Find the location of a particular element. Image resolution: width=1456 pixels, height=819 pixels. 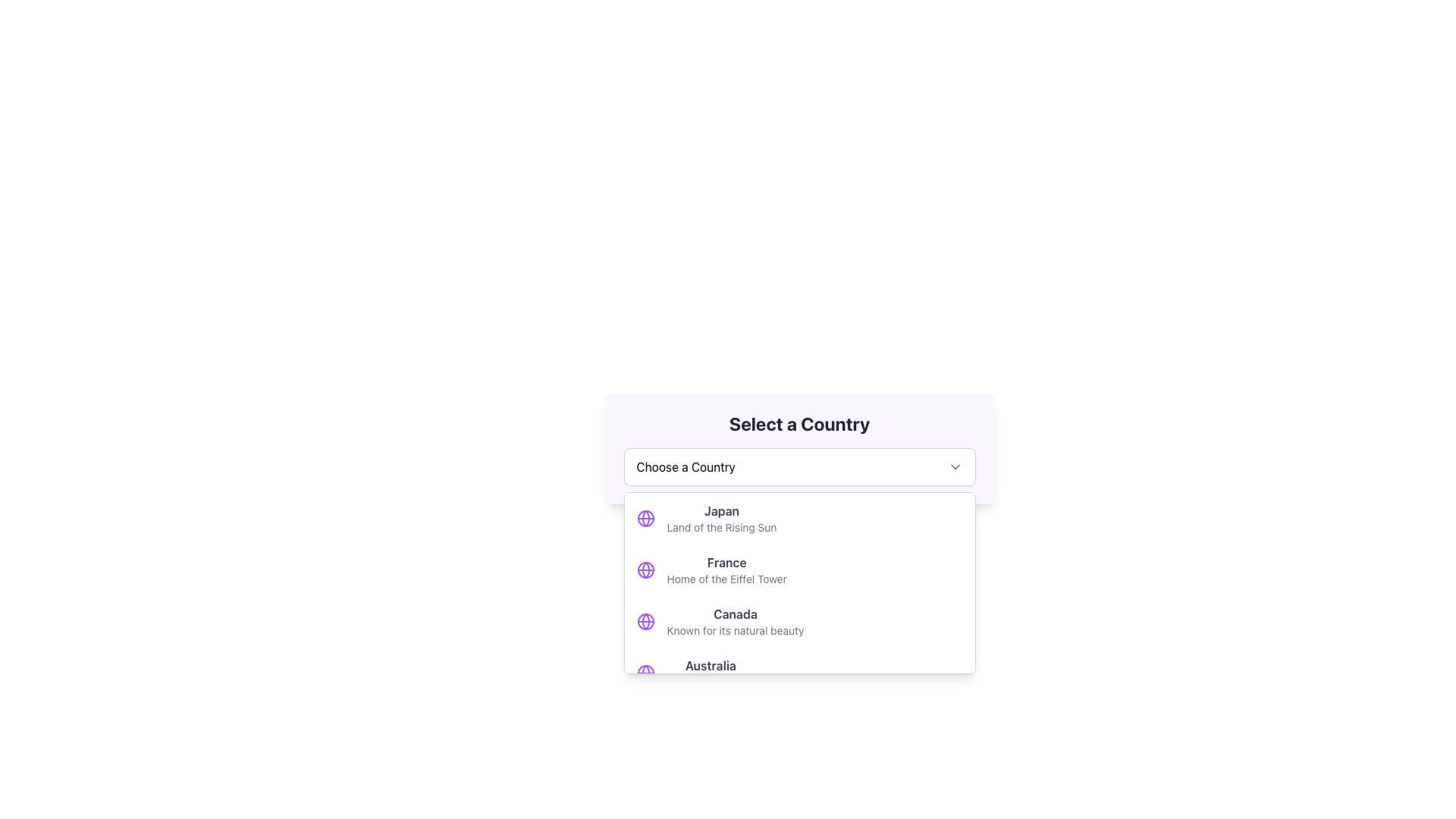

the title text for the list item representing 'Canada' in the dropdown menu 'Select a Country' is located at coordinates (735, 614).